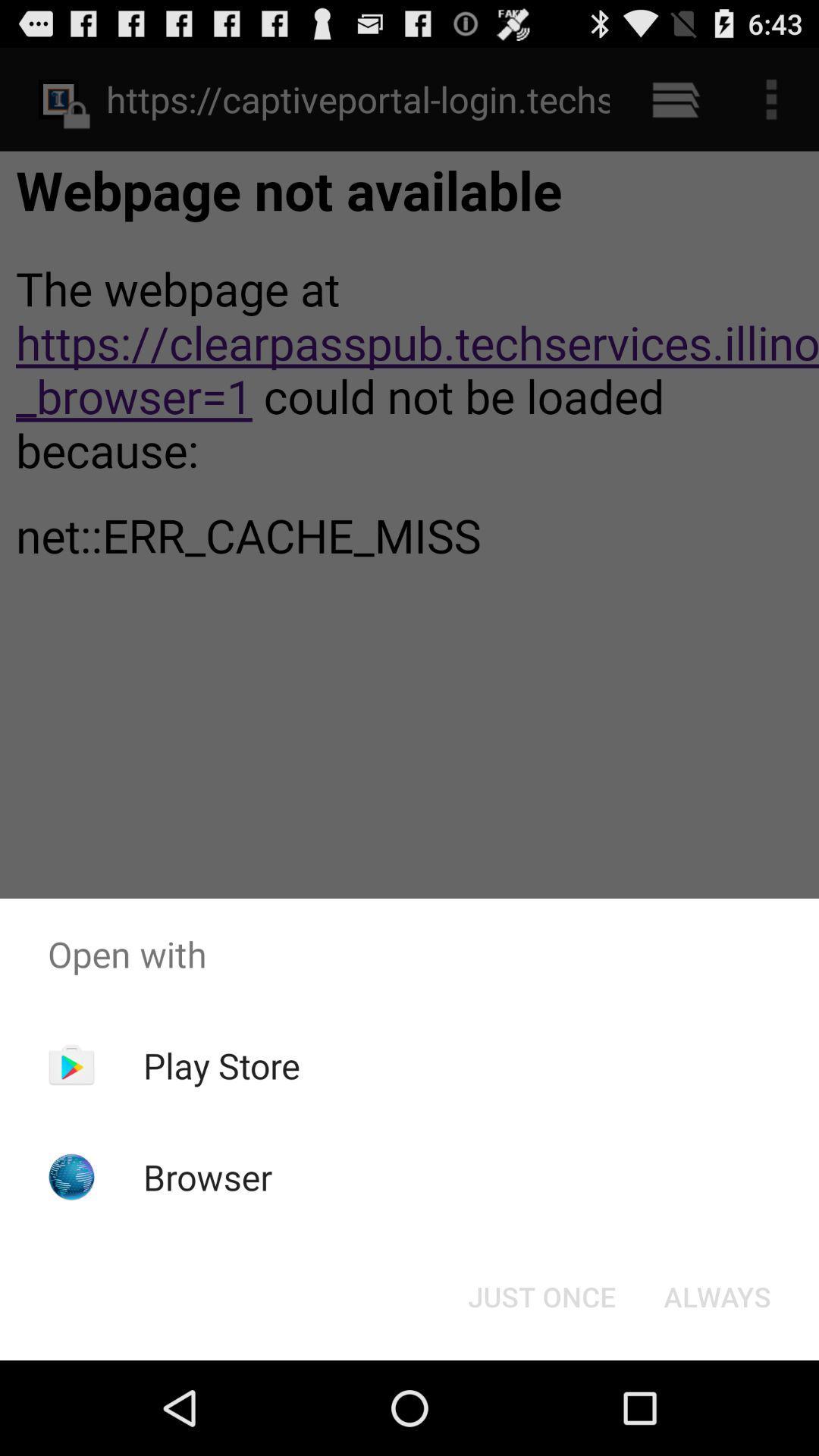 Image resolution: width=819 pixels, height=1456 pixels. I want to click on the play store app, so click(221, 1065).